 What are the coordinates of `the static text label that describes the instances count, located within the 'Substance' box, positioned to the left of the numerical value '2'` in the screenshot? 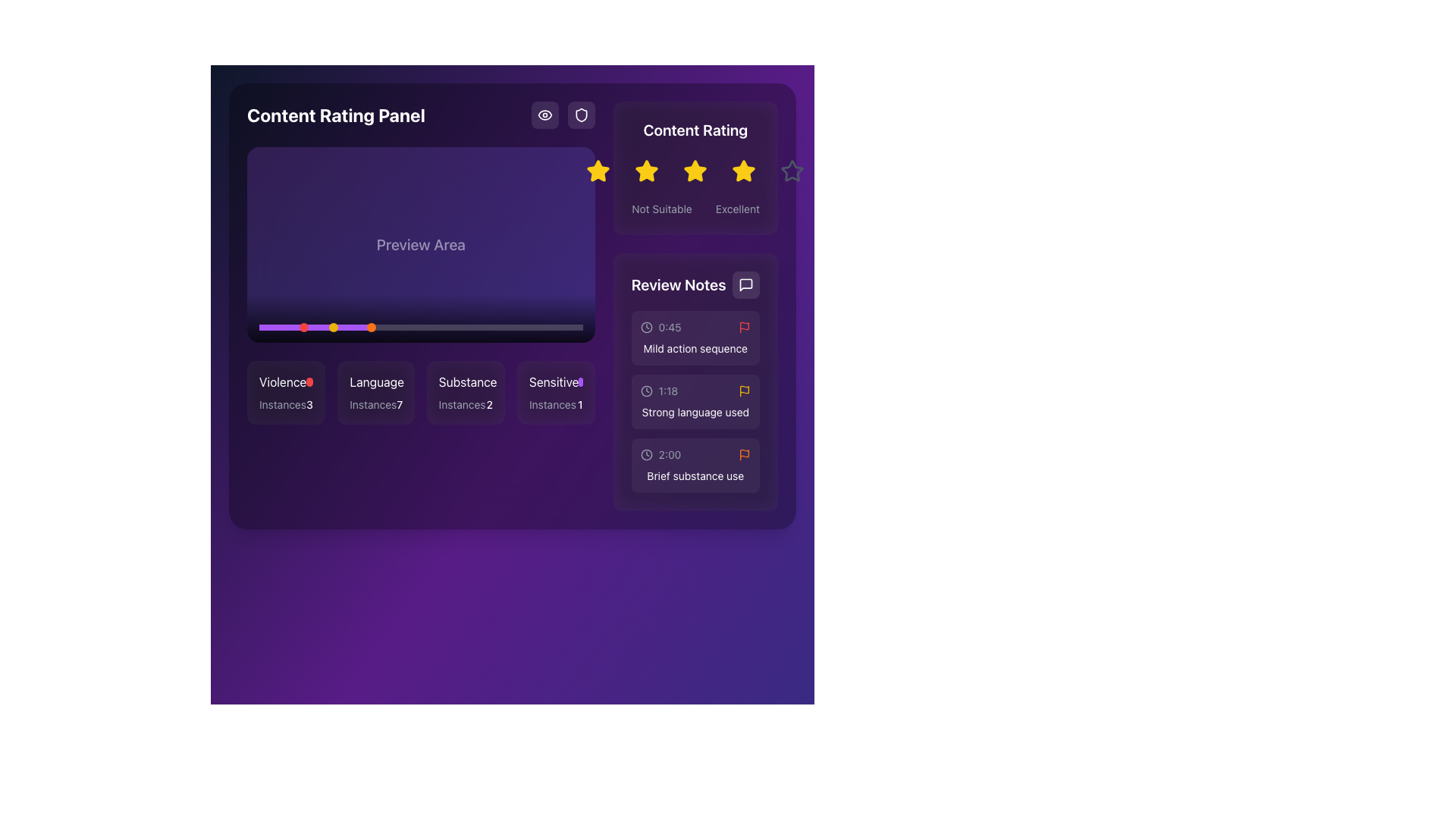 It's located at (462, 403).